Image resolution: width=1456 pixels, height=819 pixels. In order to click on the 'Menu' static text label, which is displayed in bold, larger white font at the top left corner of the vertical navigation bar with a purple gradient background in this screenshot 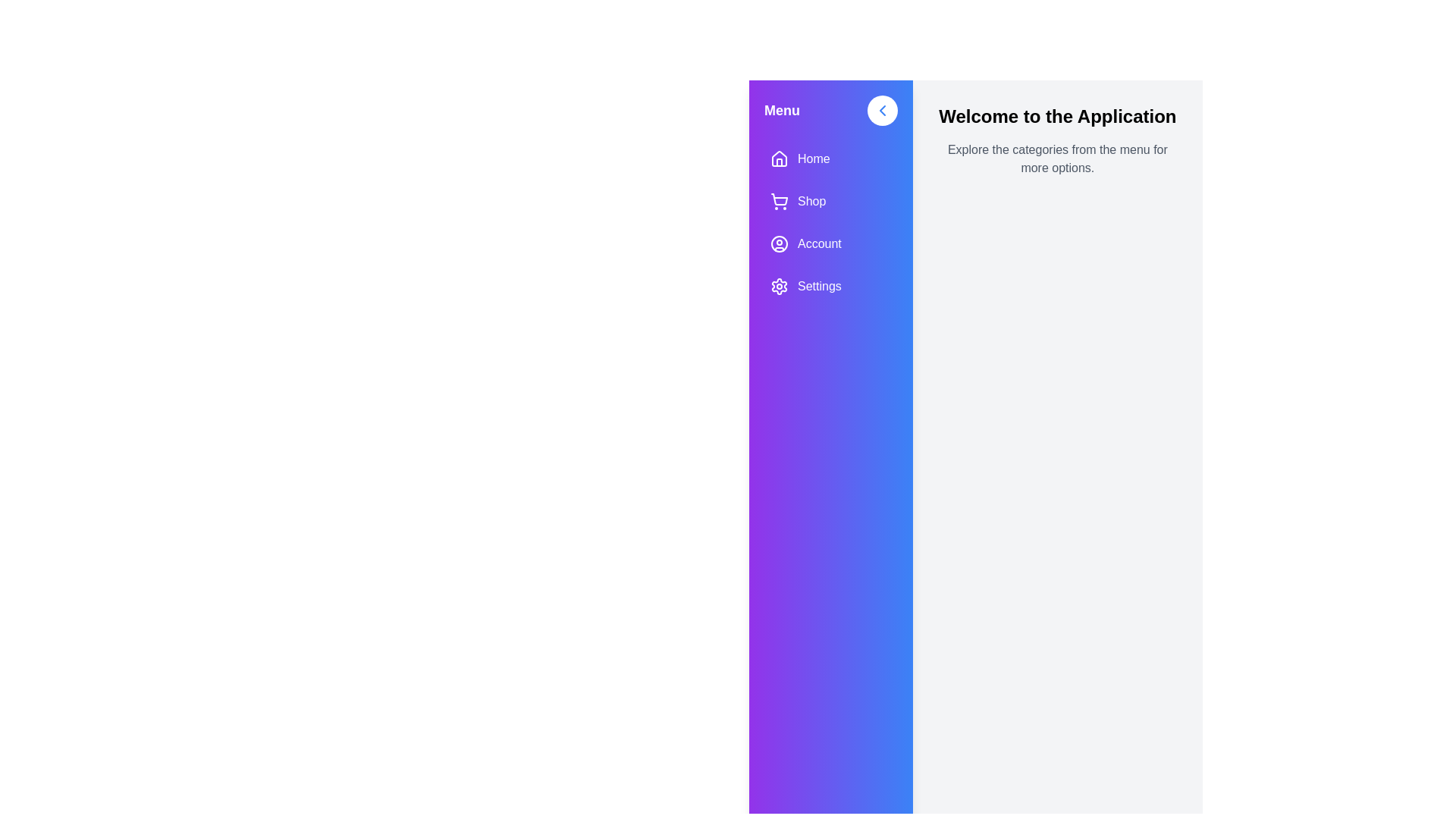, I will do `click(782, 110)`.